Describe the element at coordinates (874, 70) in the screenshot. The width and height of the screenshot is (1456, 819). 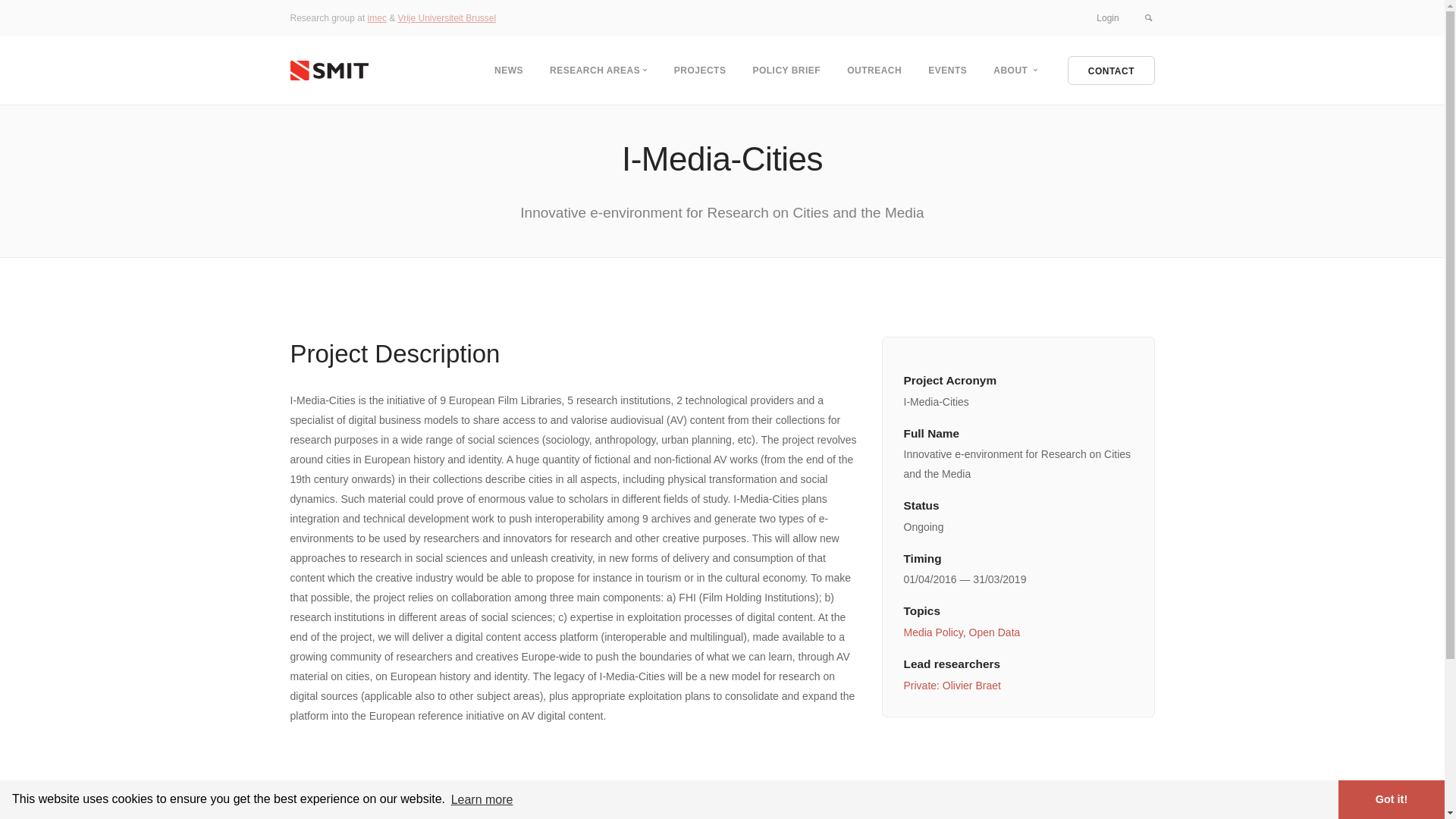
I see `'OUTREACH'` at that location.